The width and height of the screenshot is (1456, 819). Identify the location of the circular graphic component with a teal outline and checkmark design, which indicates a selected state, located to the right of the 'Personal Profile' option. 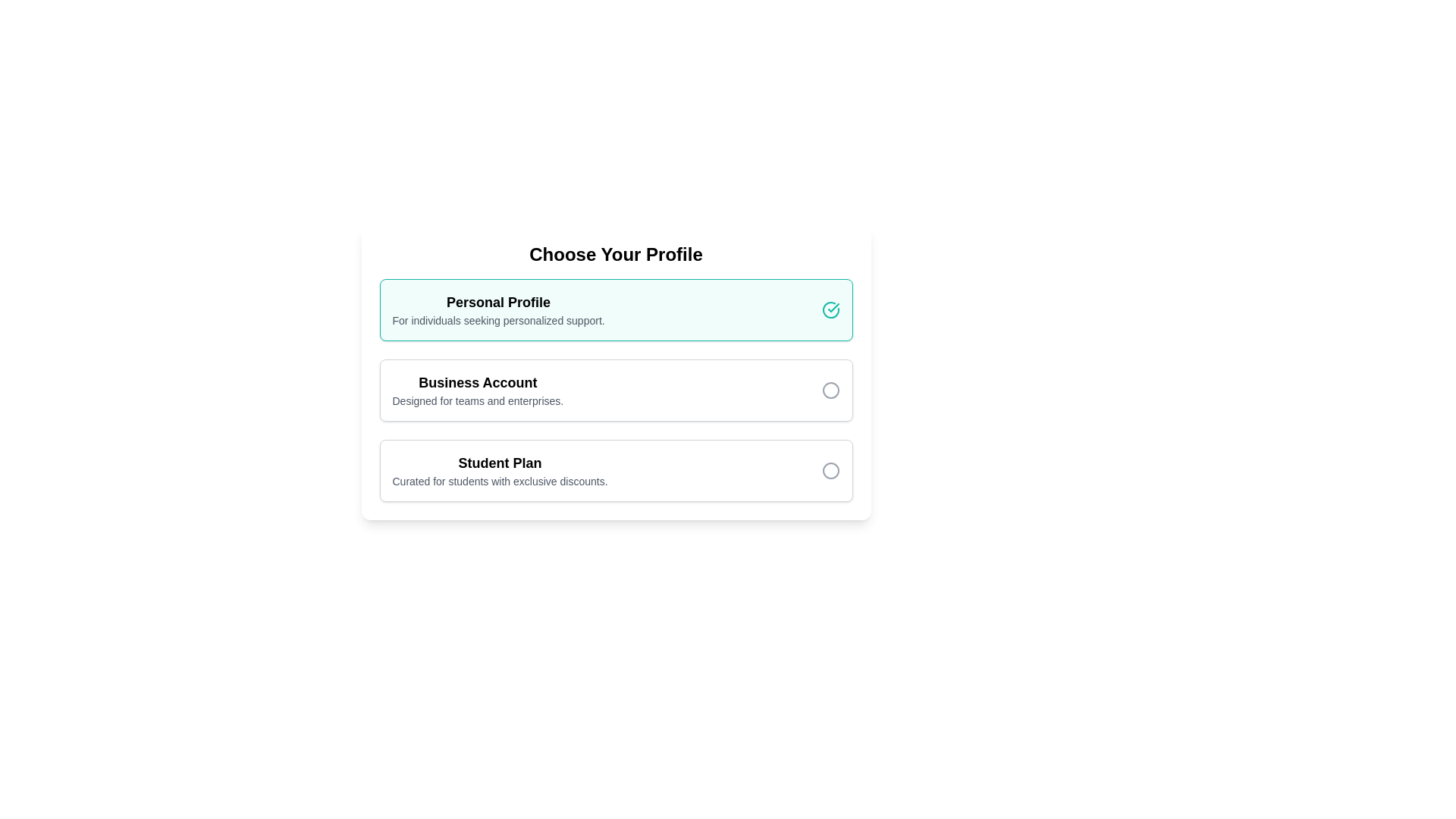
(830, 309).